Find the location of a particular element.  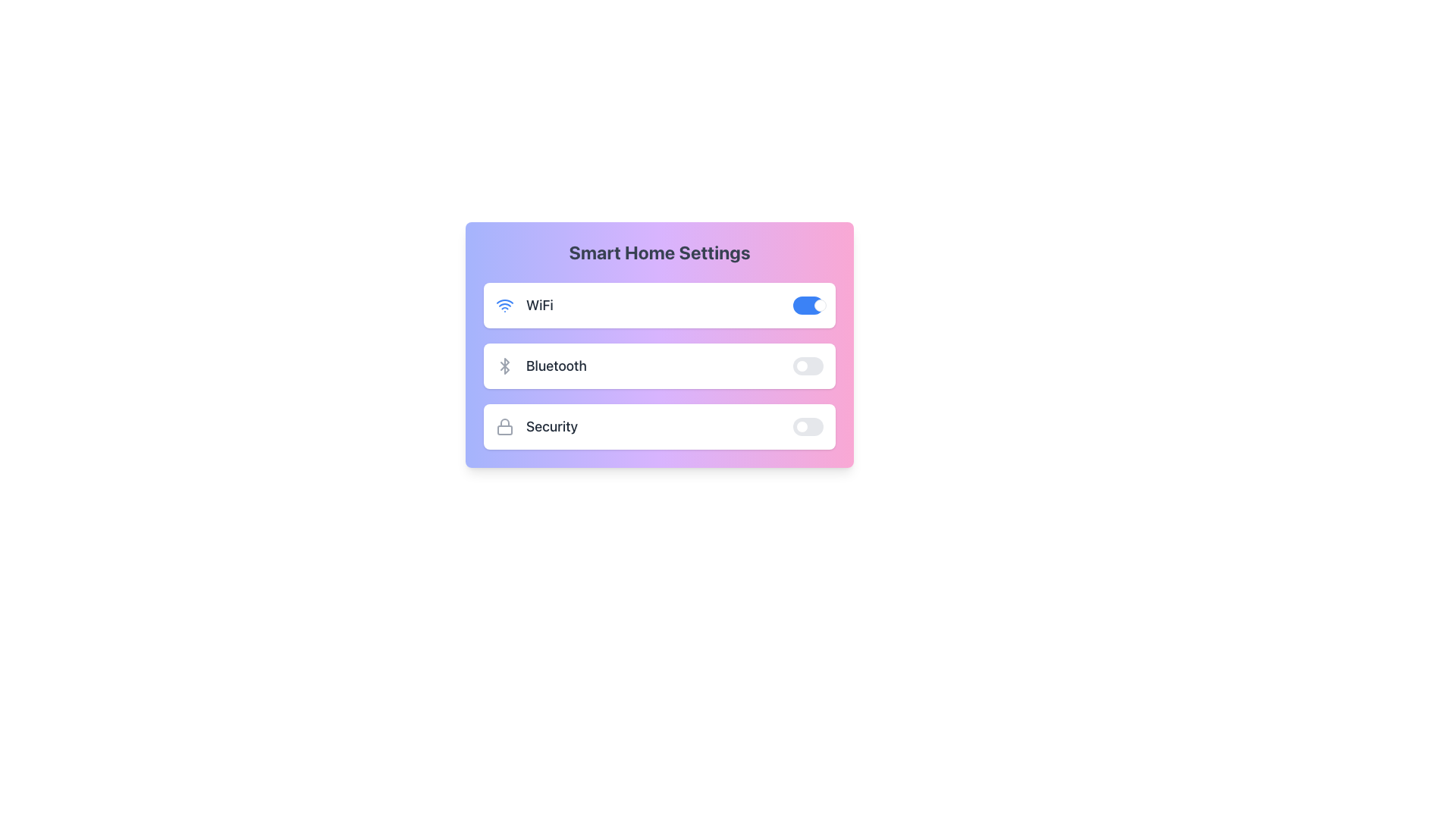

the toggle switch knob for the 'Bluetooth' entry in the 'Smart Home Settings' panel is located at coordinates (801, 366).